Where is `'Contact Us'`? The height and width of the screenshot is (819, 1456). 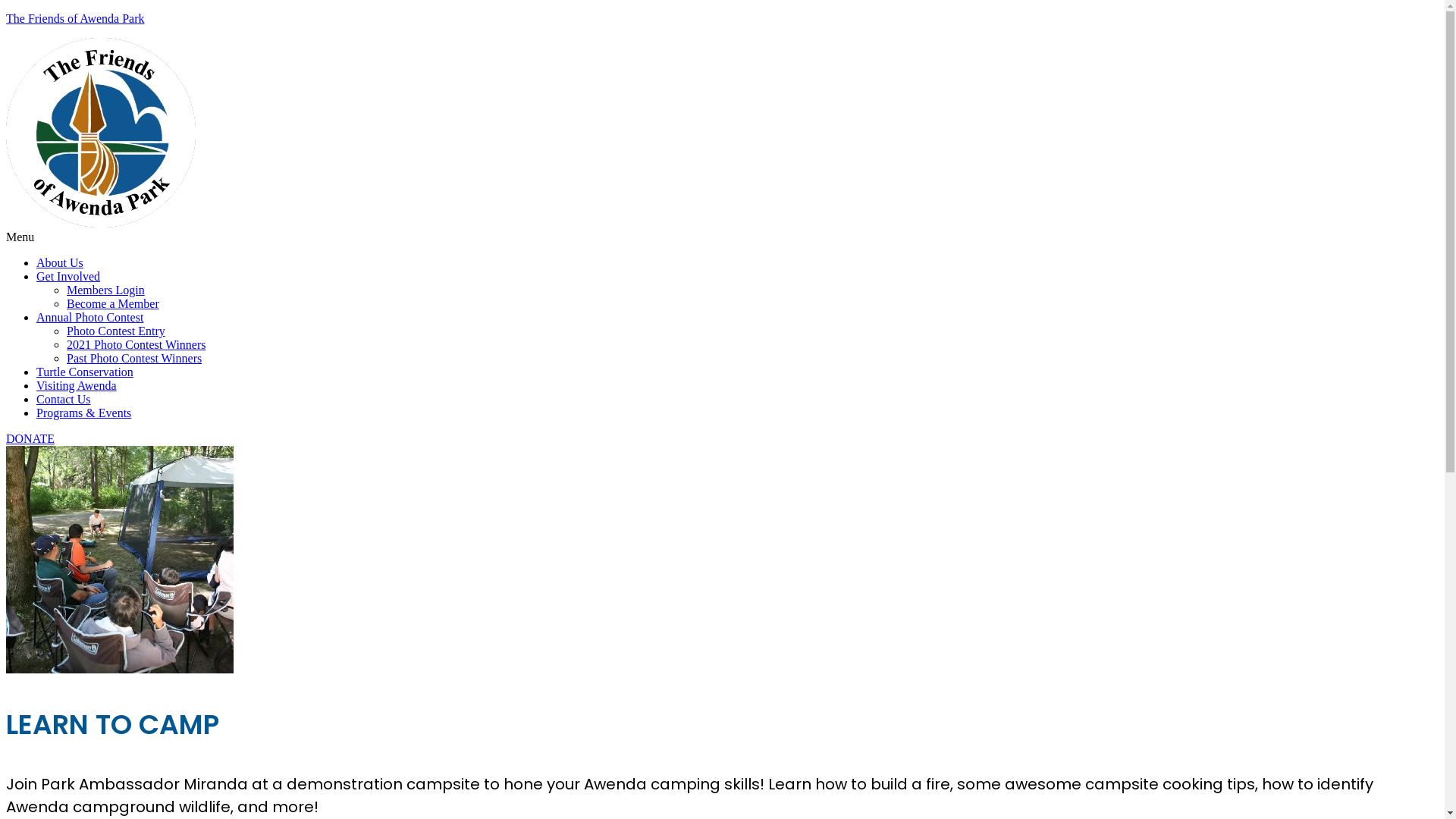
'Contact Us' is located at coordinates (62, 398).